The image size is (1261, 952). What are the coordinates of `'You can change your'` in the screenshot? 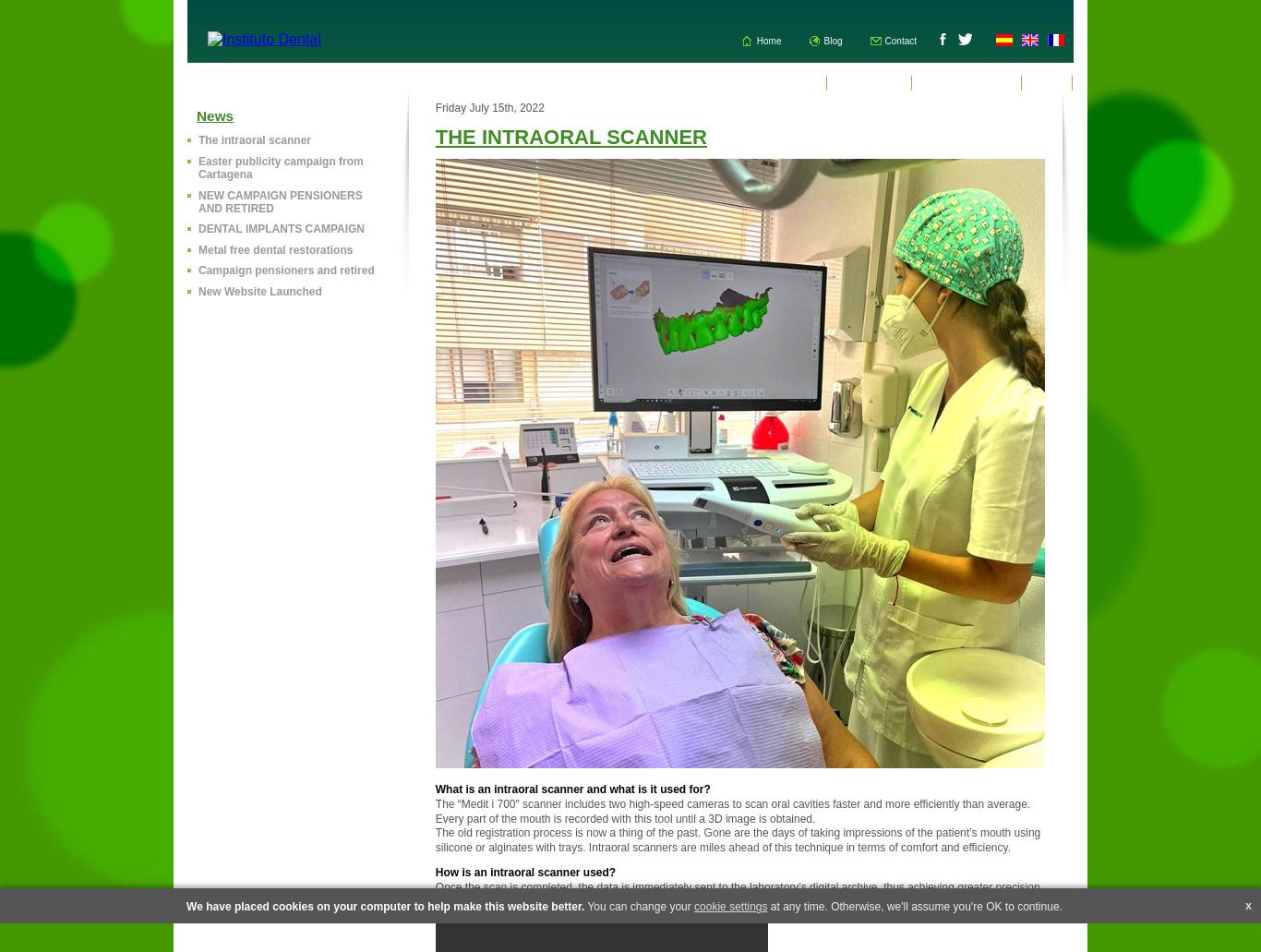 It's located at (639, 906).